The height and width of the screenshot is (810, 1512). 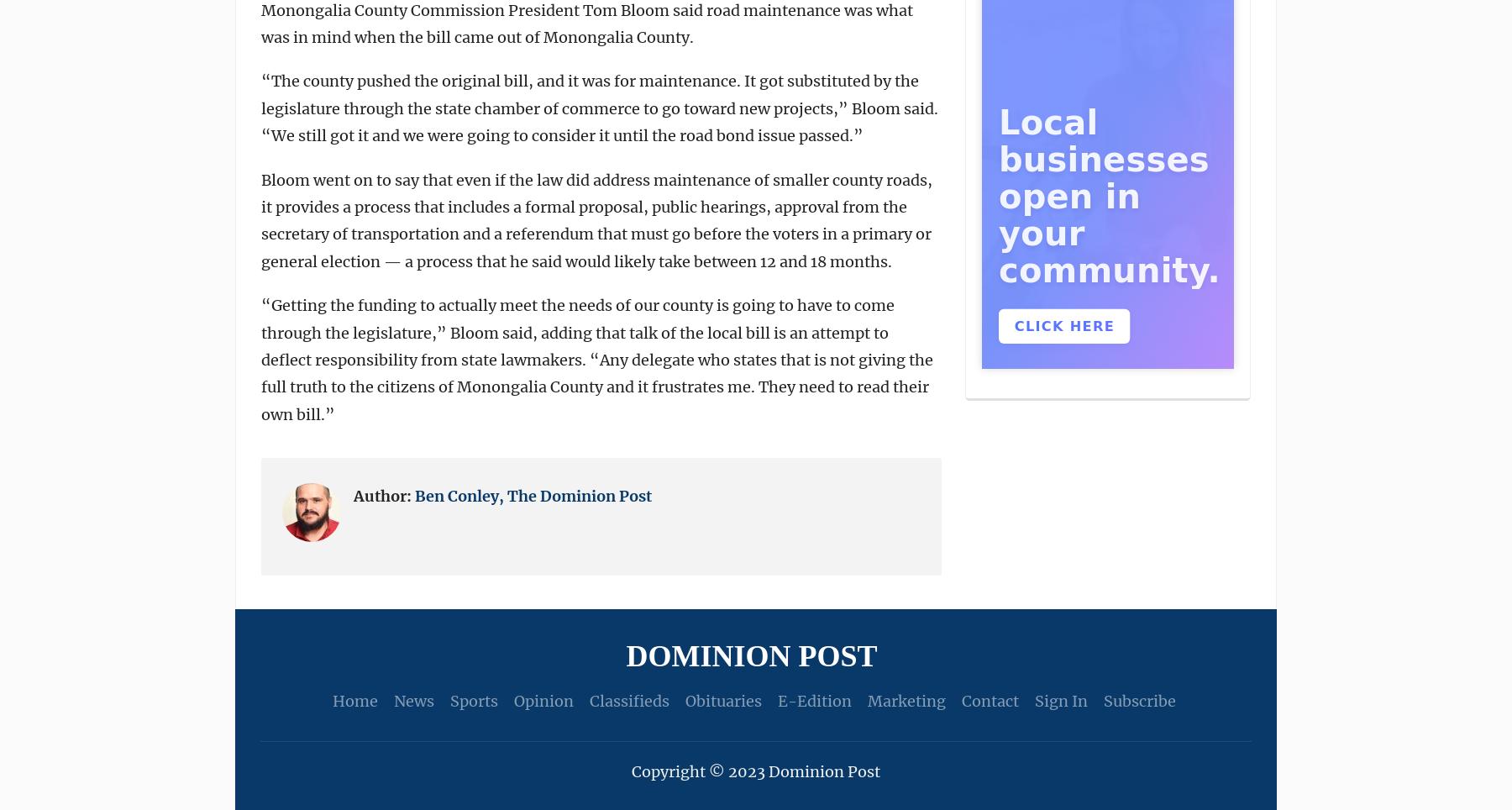 I want to click on 'Opinion', so click(x=512, y=700).